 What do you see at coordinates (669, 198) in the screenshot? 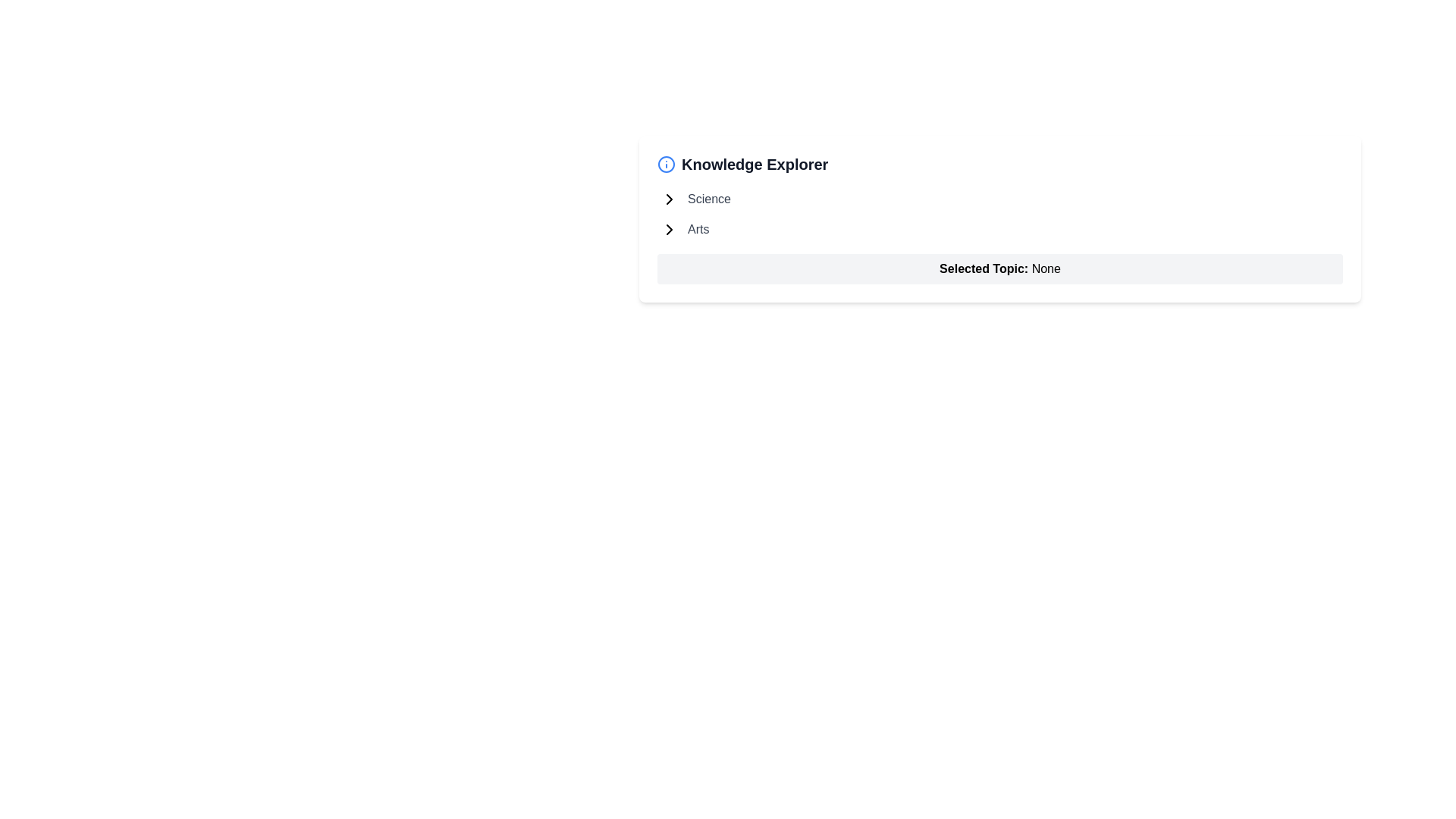
I see `the chevron-like arrow icon located next to the 'Science' label` at bounding box center [669, 198].